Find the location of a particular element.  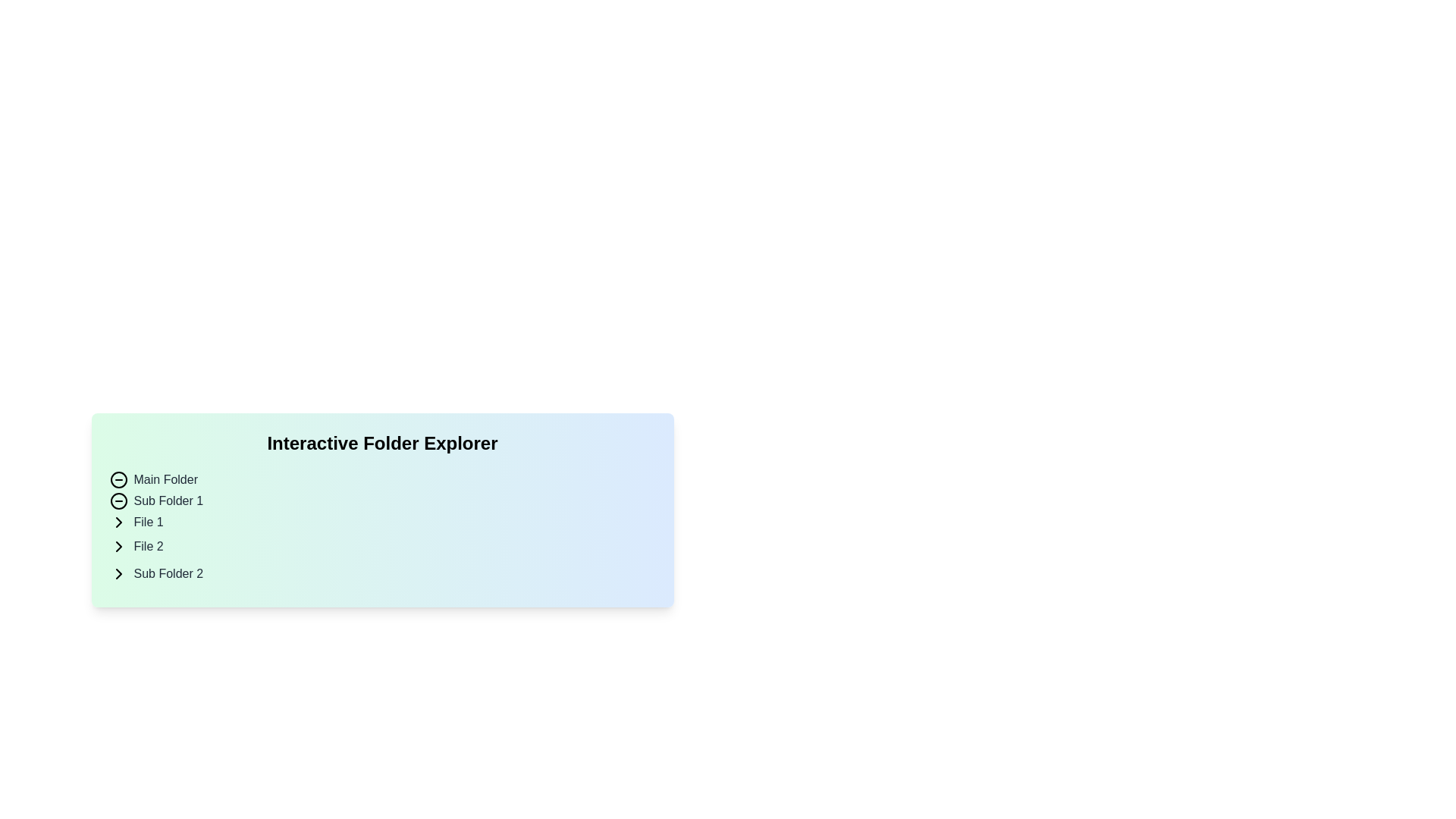

the chevron icon that indicates expandable content for 'File 1' is located at coordinates (118, 522).